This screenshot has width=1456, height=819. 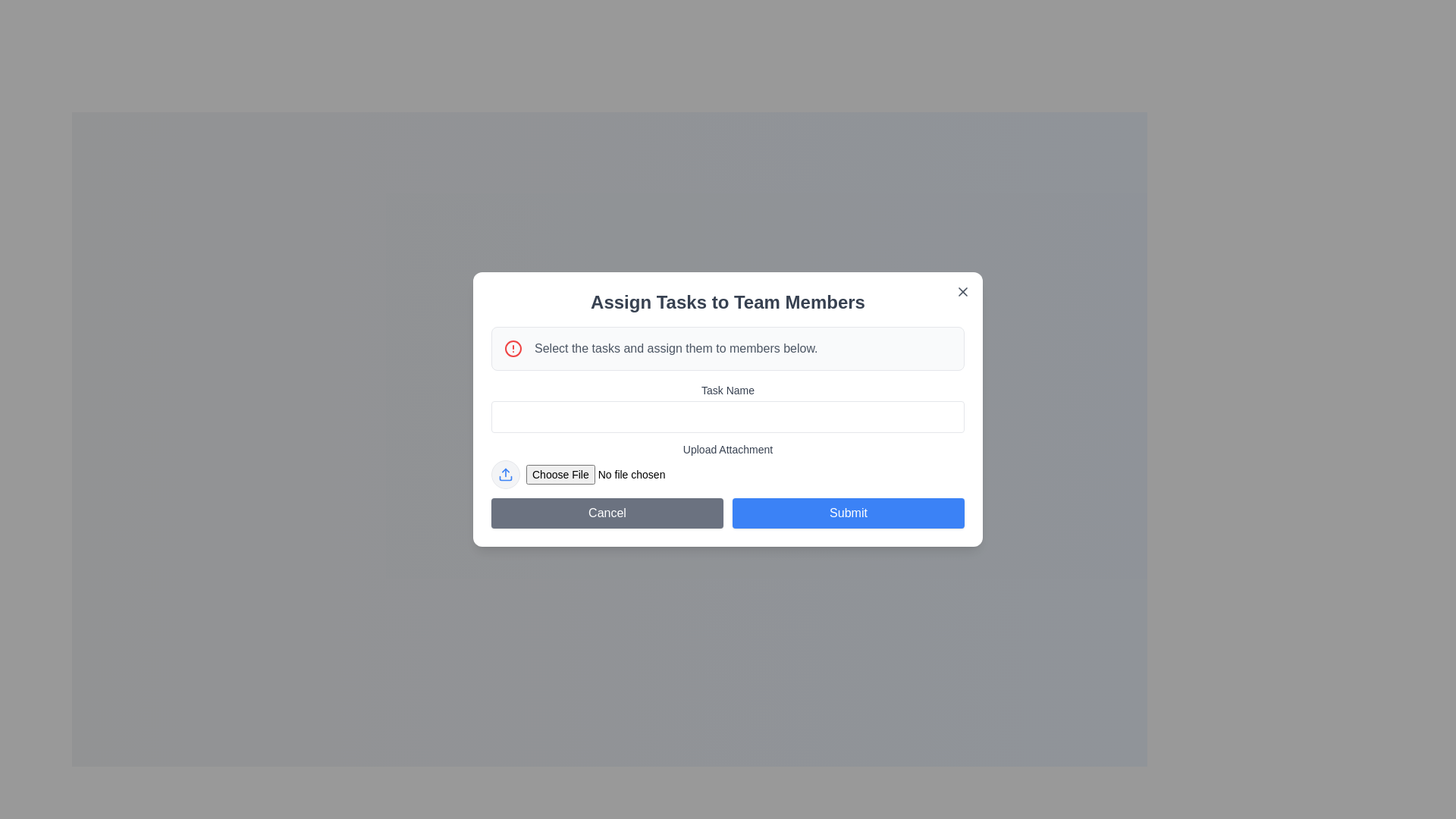 I want to click on the Text label that indicates users should input the task's name into the text box, which is located centrally above the input field in the modal dialog box, so click(x=728, y=390).